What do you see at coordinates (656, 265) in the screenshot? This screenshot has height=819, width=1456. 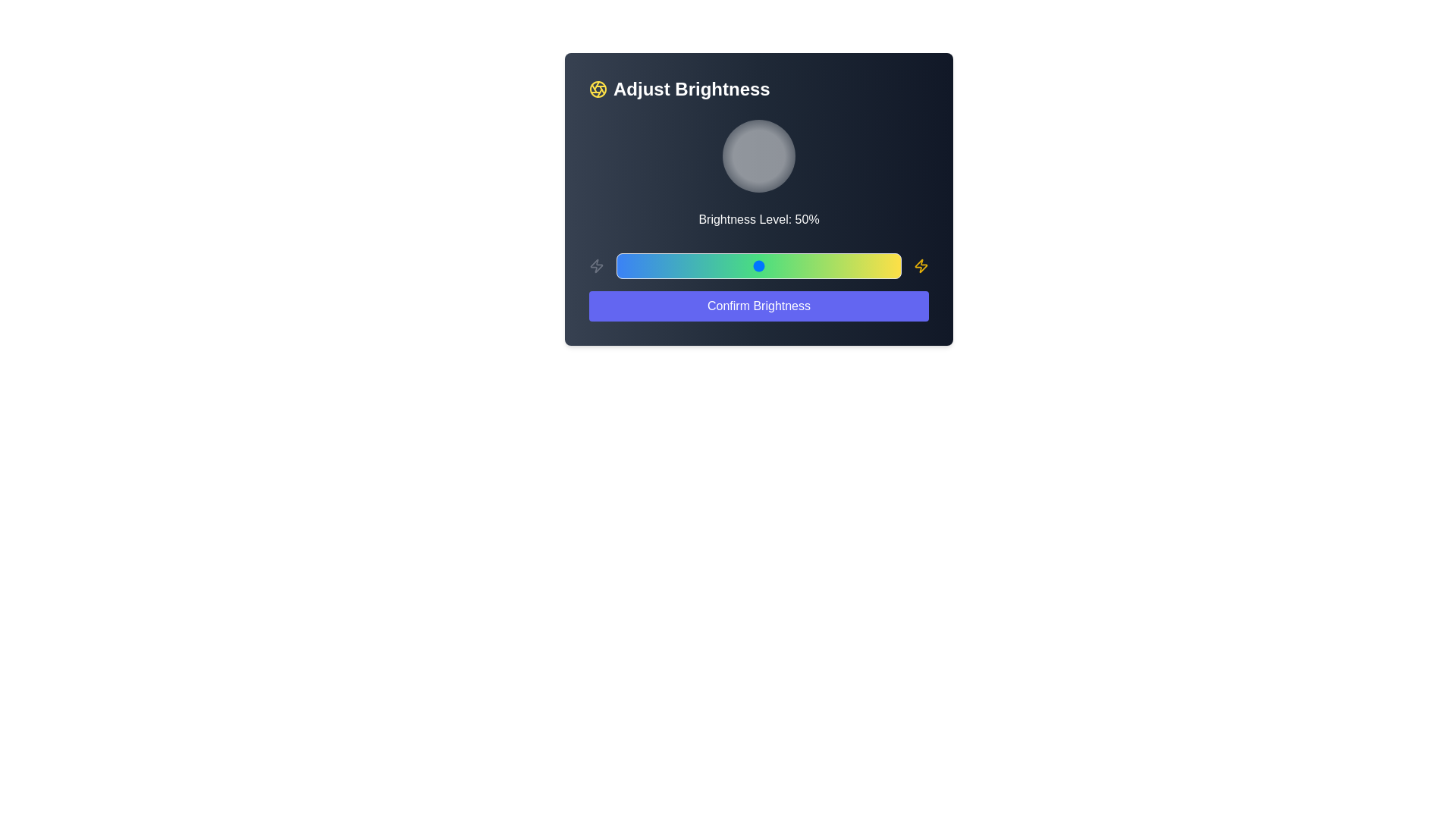 I see `the brightness slider to 14%` at bounding box center [656, 265].